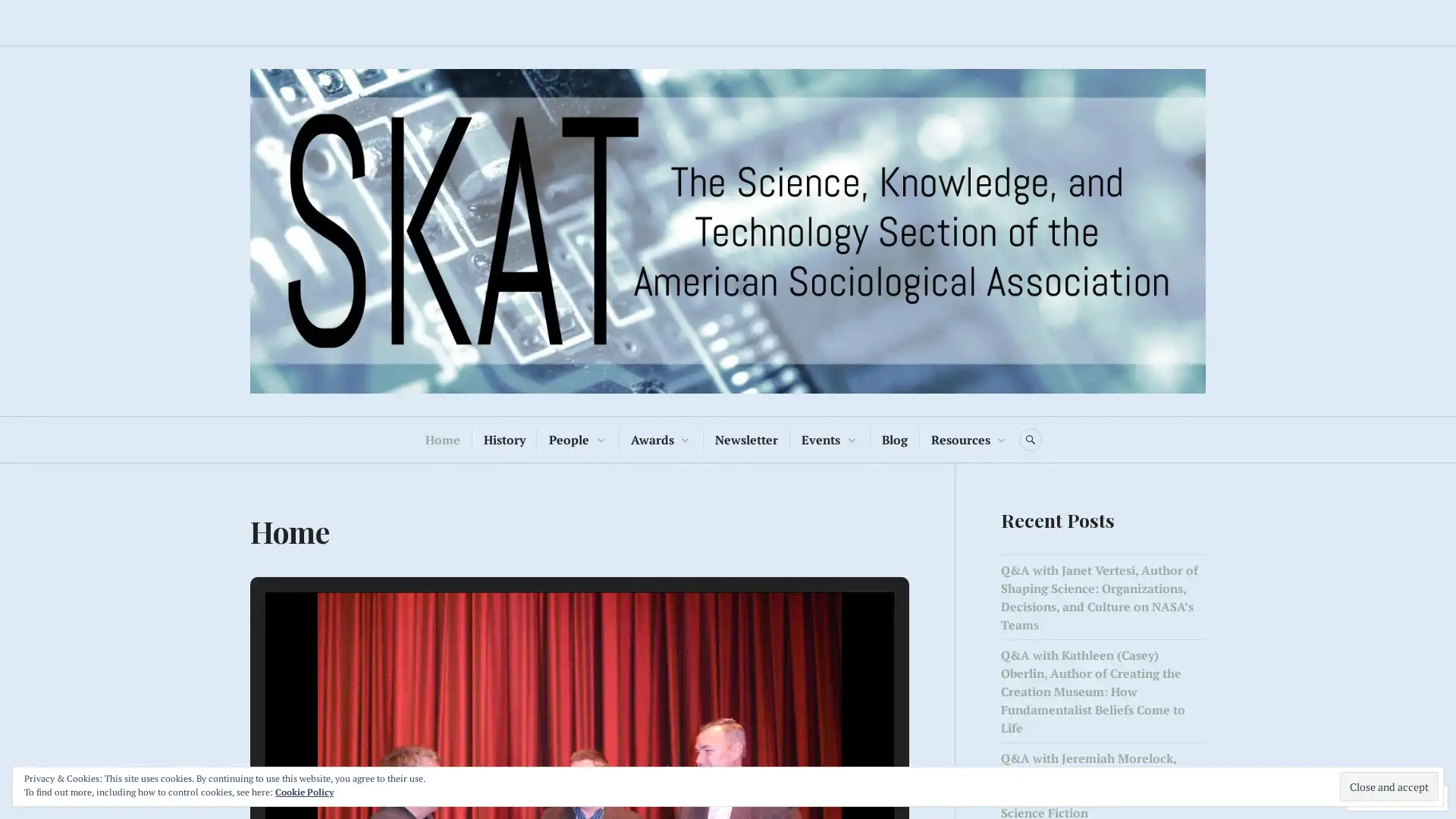 The width and height of the screenshot is (1456, 819). I want to click on SEARCH, so click(1030, 439).